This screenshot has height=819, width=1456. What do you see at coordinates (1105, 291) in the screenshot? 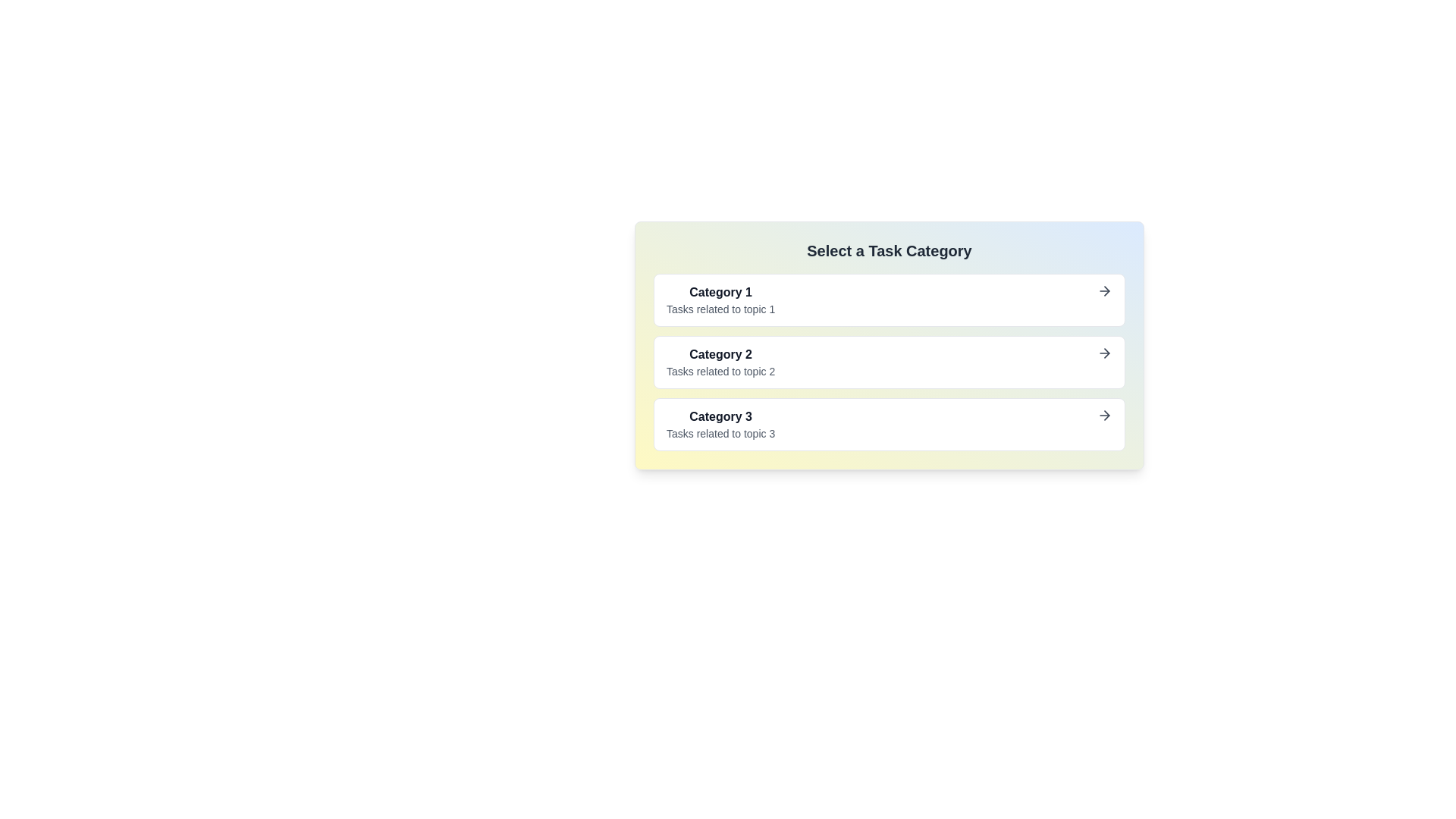
I see `the rightward pointing arrow icon located at the far right of the 'Category 1' entry` at bounding box center [1105, 291].